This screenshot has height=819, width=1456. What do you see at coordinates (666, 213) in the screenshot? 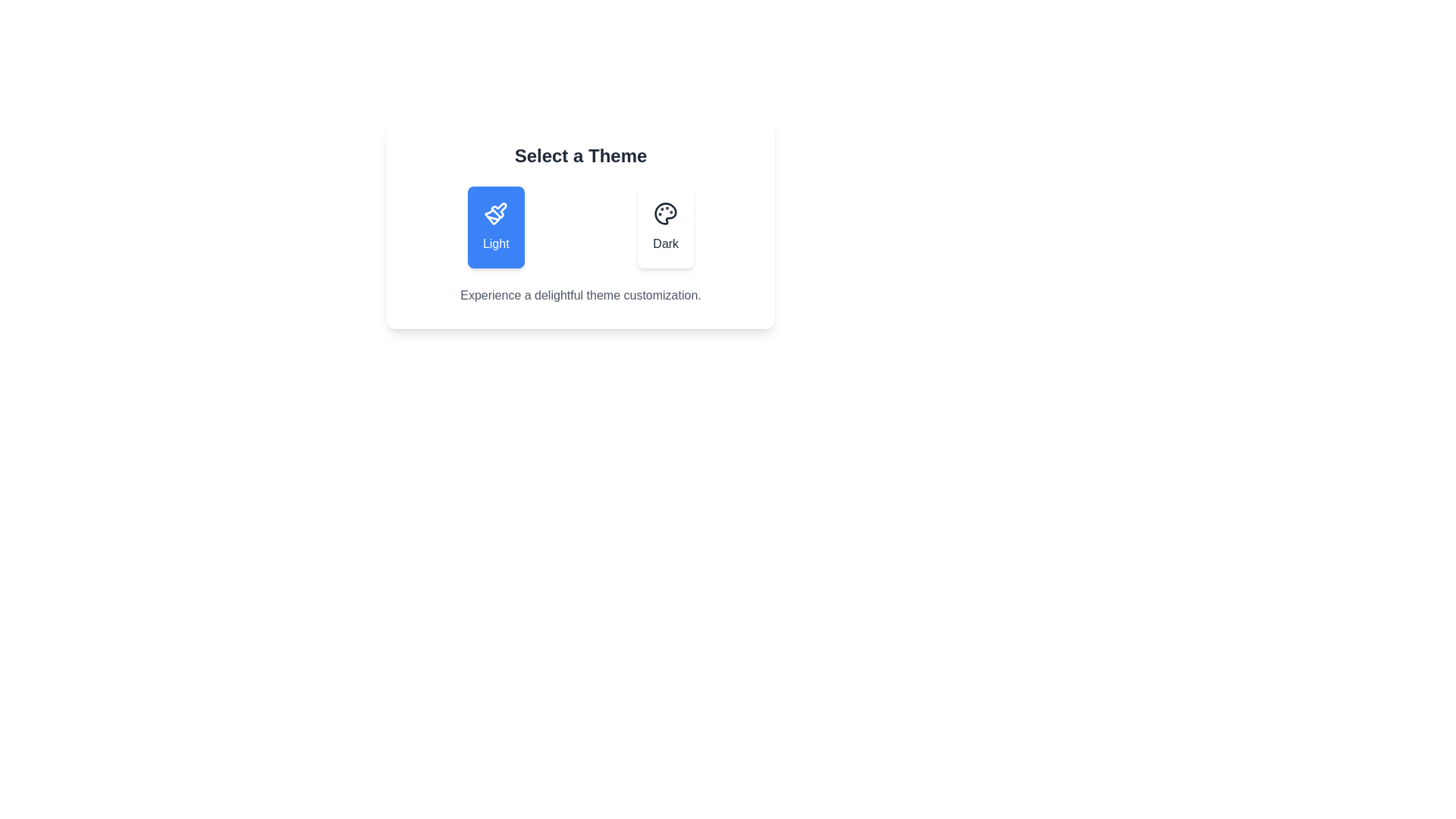
I see `the theme icon for Dark theme` at bounding box center [666, 213].